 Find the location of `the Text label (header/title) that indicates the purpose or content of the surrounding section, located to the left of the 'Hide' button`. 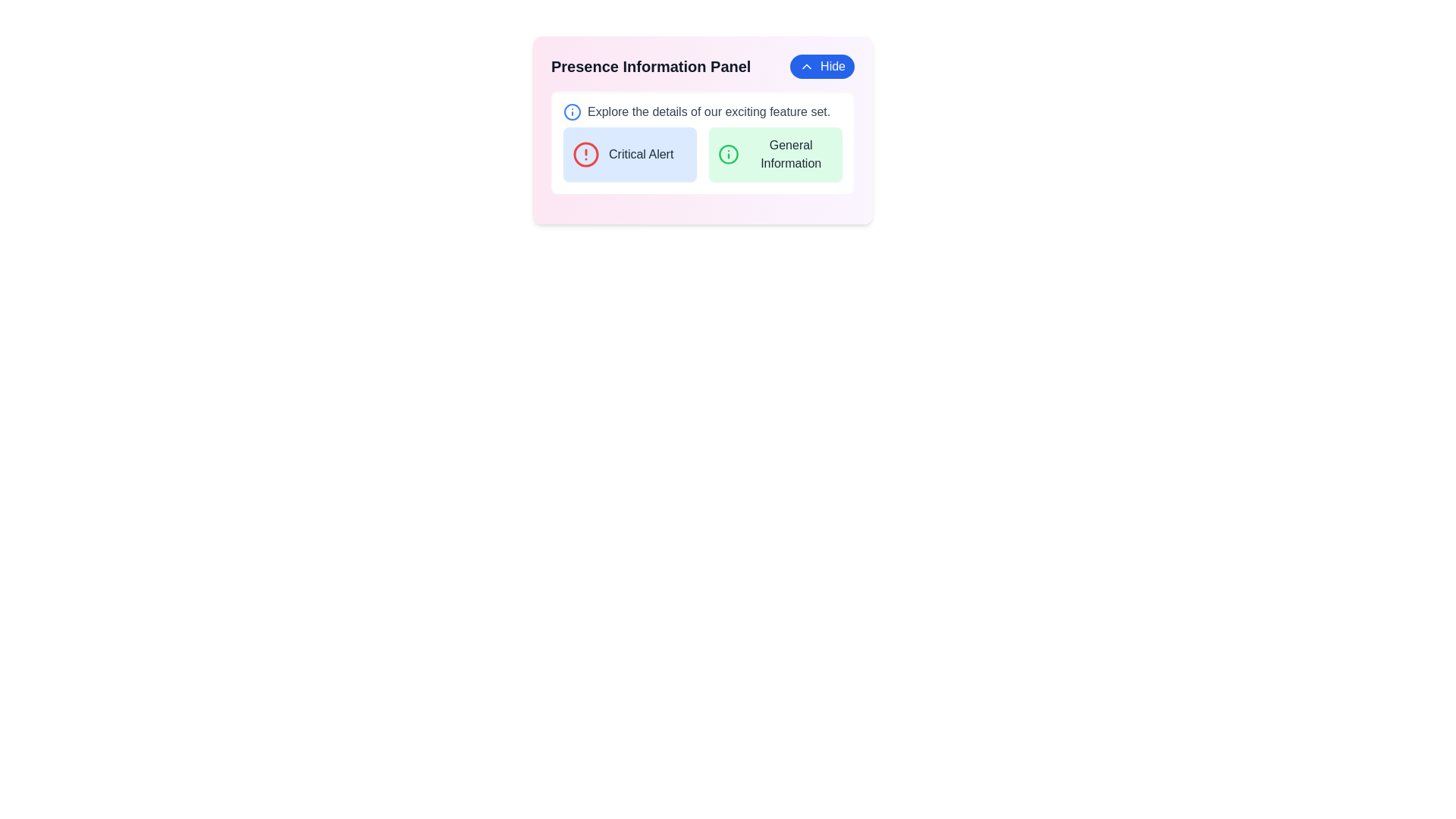

the Text label (header/title) that indicates the purpose or content of the surrounding section, located to the left of the 'Hide' button is located at coordinates (651, 66).